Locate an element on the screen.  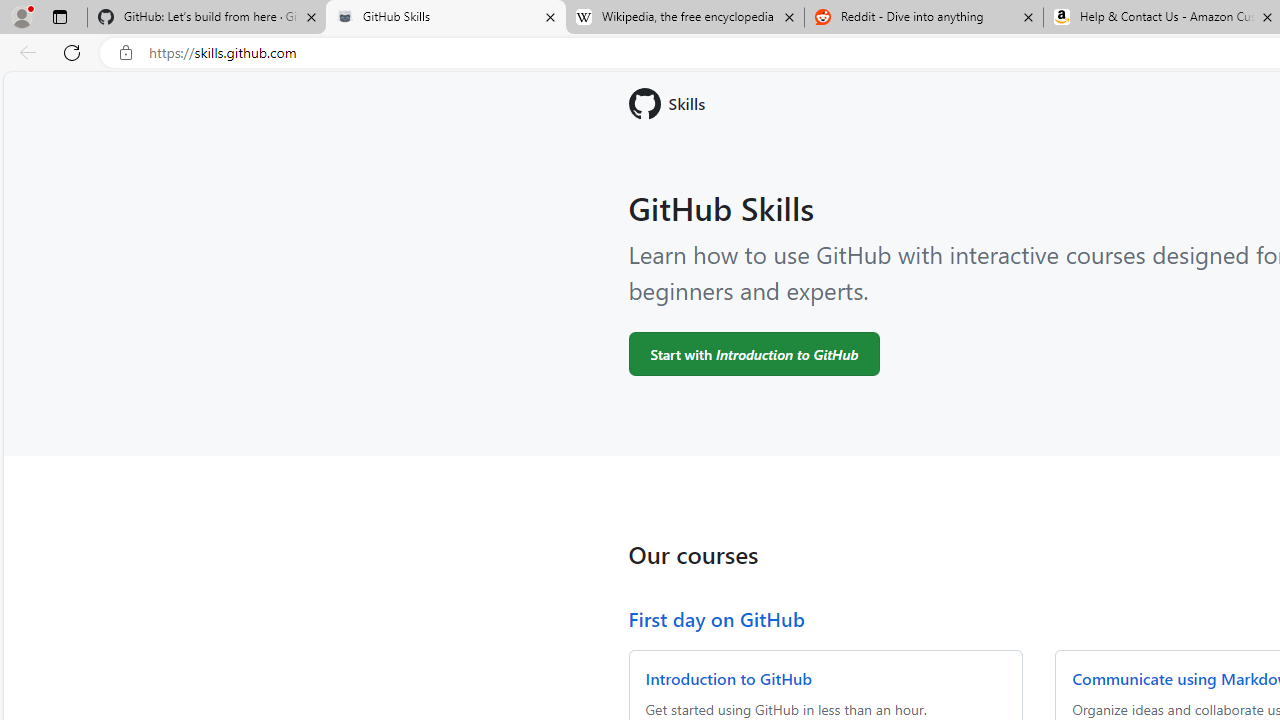
'Introduction to GitHub' is located at coordinates (727, 677).